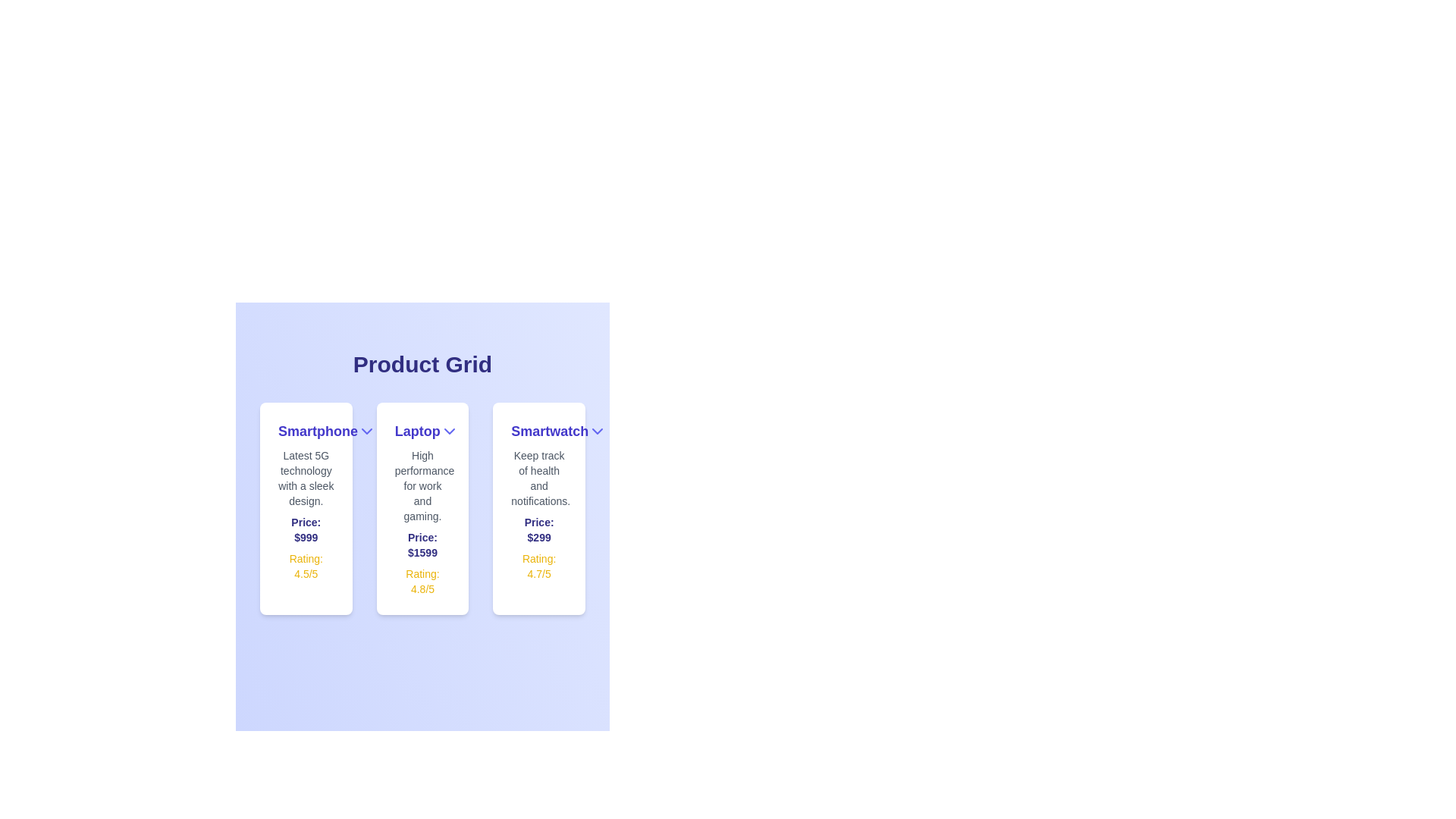  I want to click on the price label of the product card titled 'Smartwatch', which is located below the product description and above the rating text in the rightmost column of the product grid, so click(539, 529).